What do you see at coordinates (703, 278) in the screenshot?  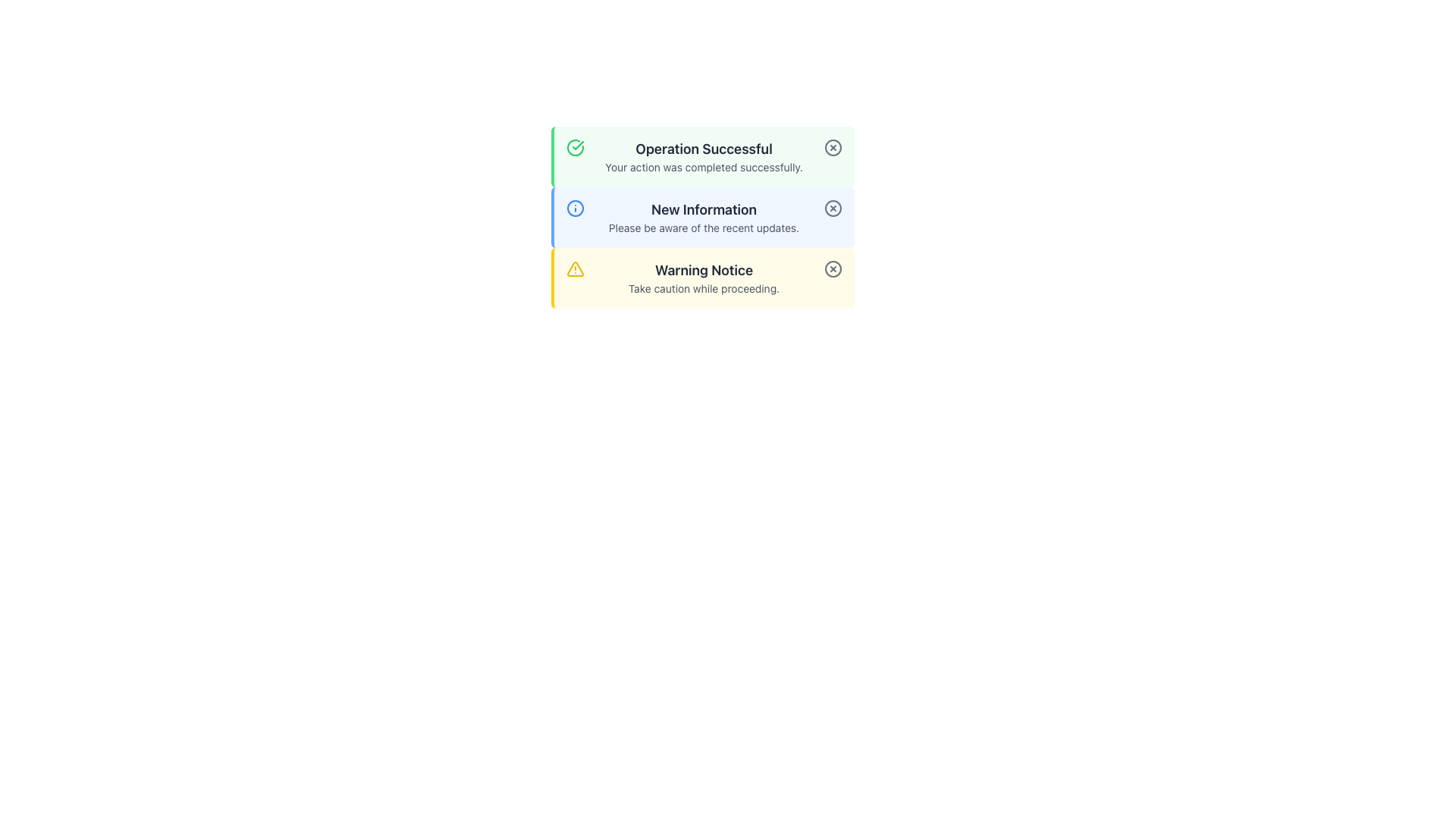 I see `warning message text located in the third card of a vertical stack, positioned beneath the 'New Information' card` at bounding box center [703, 278].